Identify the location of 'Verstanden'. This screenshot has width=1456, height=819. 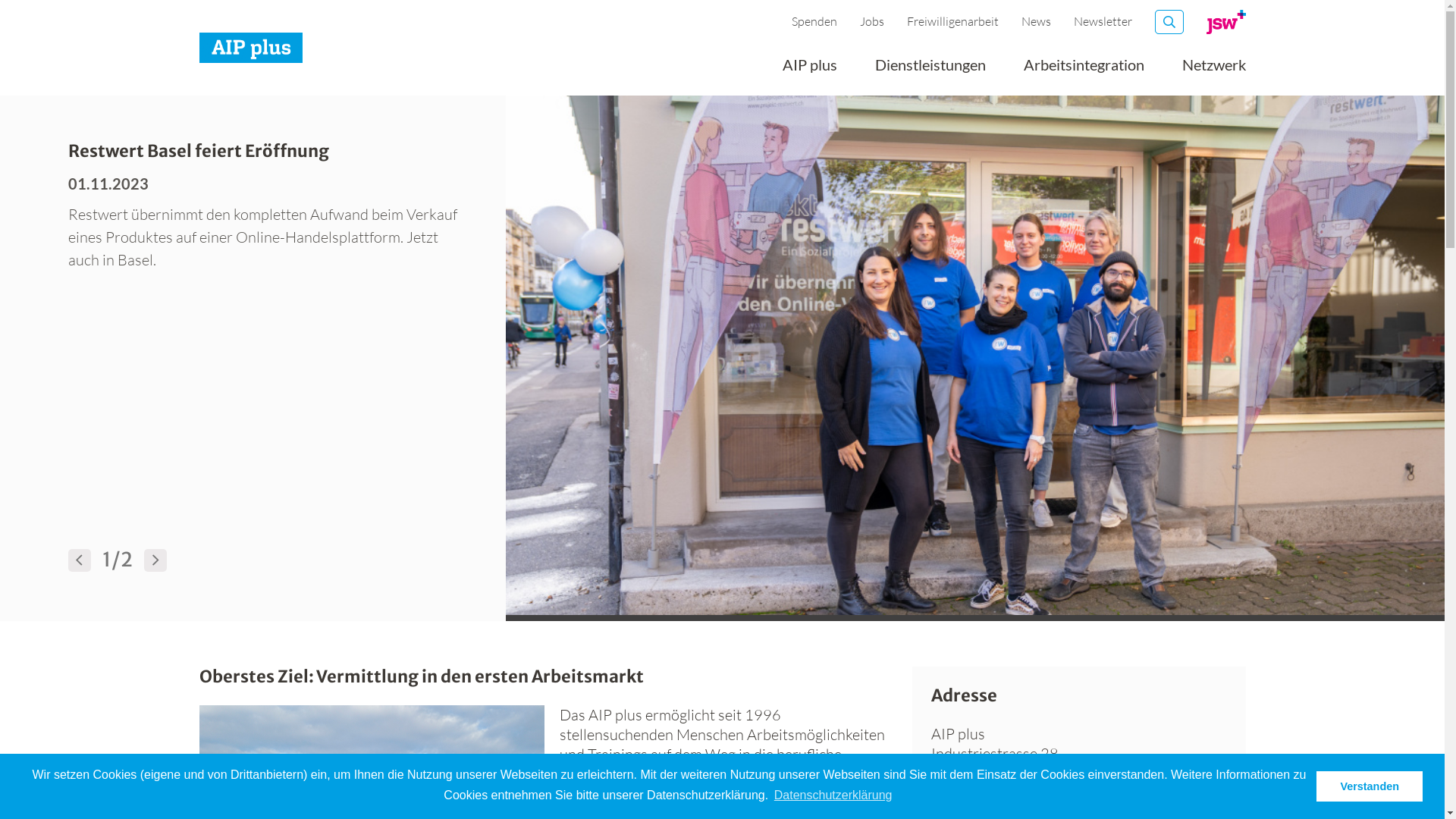
(1369, 786).